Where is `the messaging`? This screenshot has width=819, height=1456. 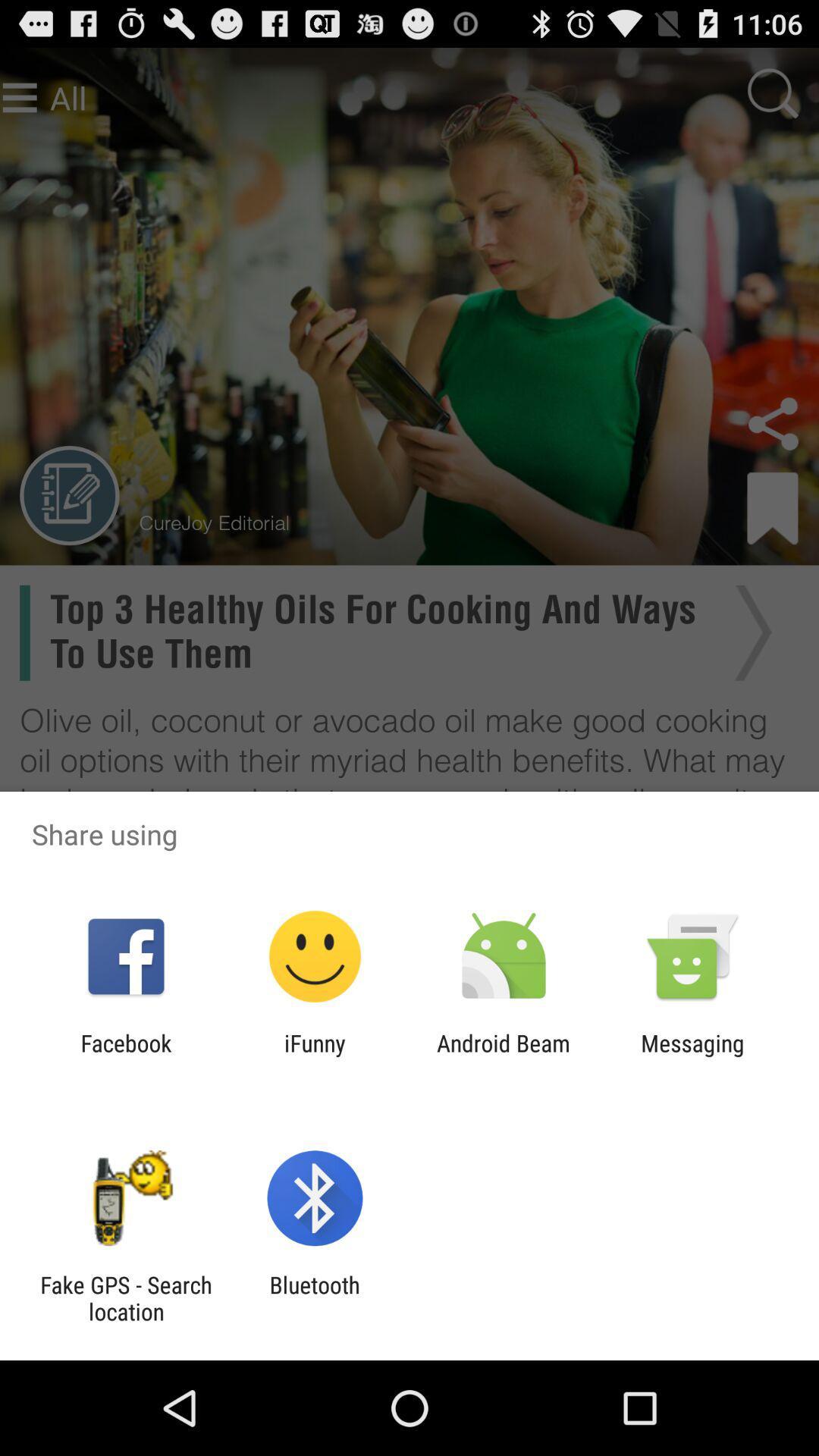
the messaging is located at coordinates (692, 1056).